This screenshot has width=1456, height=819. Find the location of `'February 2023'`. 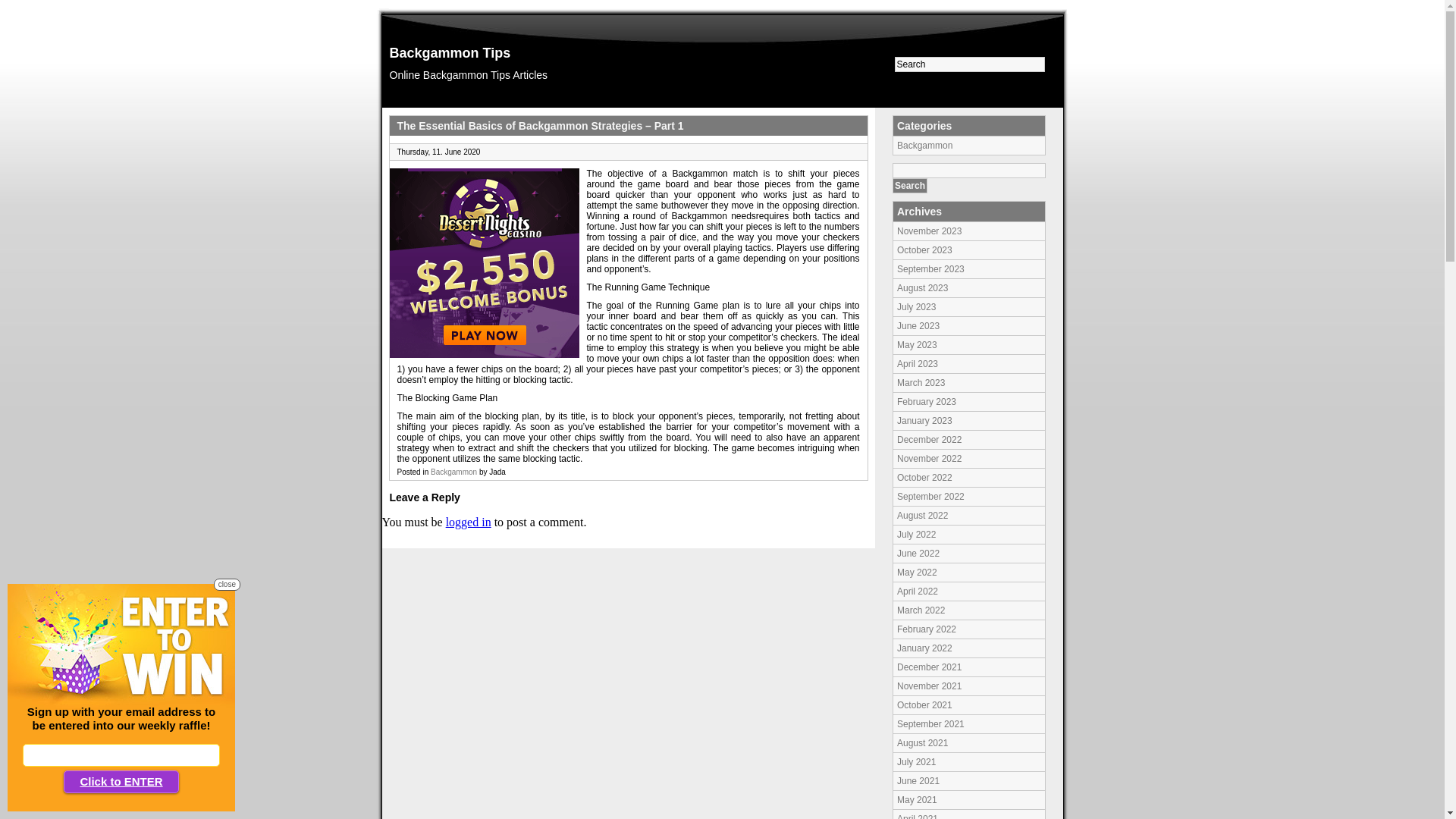

'February 2023' is located at coordinates (896, 400).